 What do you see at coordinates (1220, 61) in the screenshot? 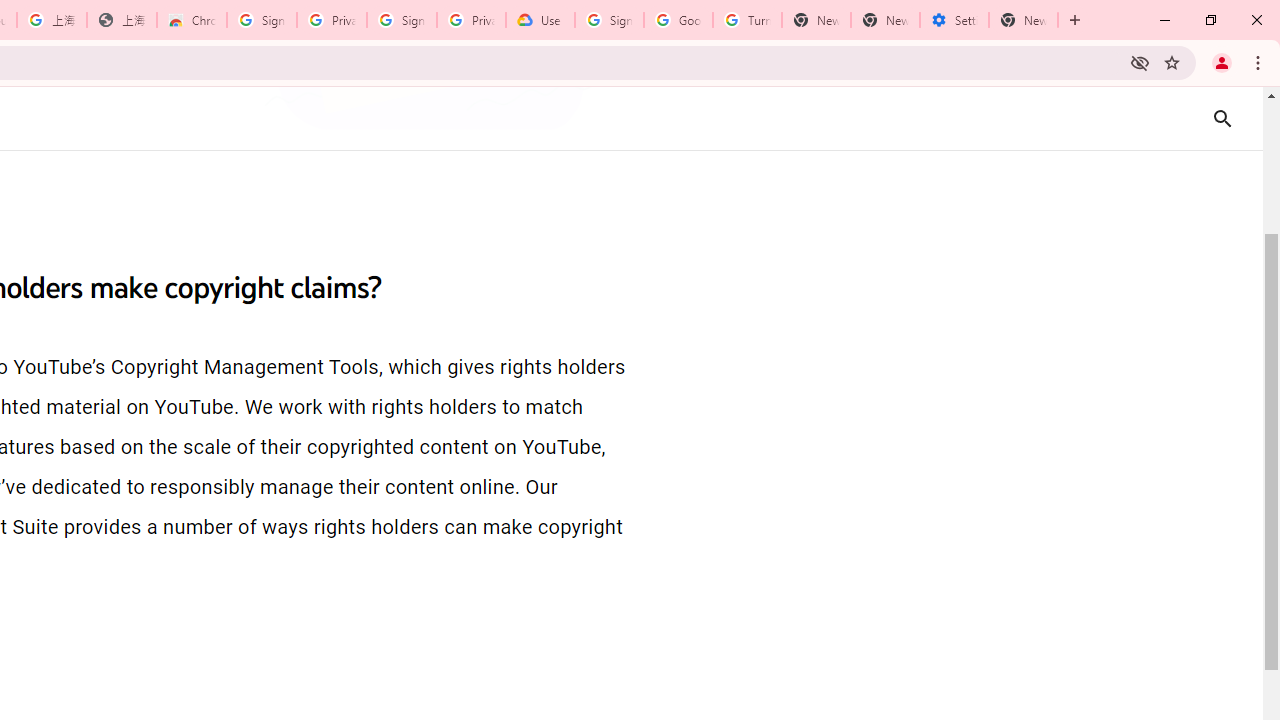
I see `'You'` at bounding box center [1220, 61].